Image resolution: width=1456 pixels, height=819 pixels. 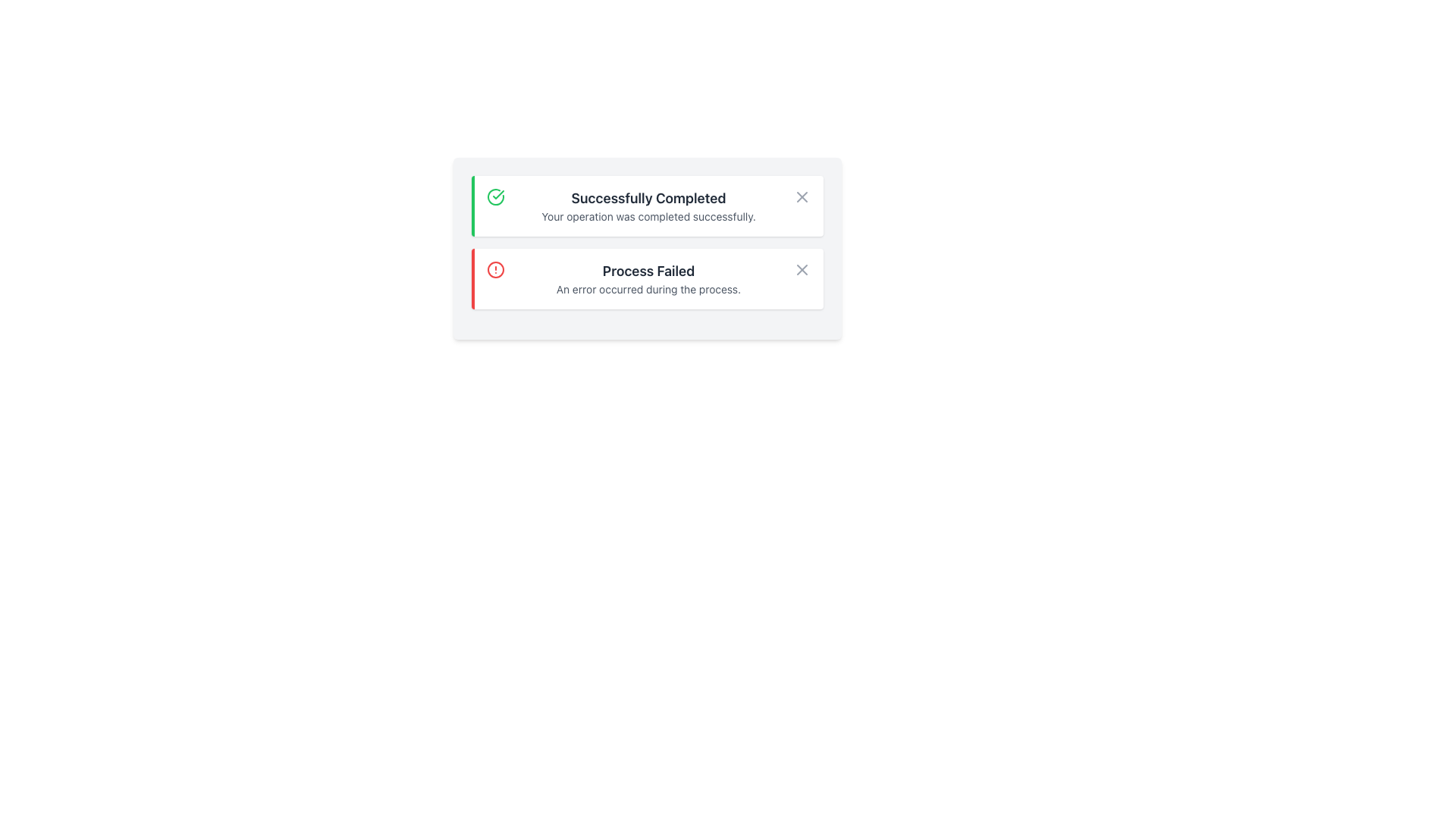 What do you see at coordinates (495, 196) in the screenshot?
I see `the success indicator icon located at the far left of the notification component, which signals the successful completion of an operation` at bounding box center [495, 196].